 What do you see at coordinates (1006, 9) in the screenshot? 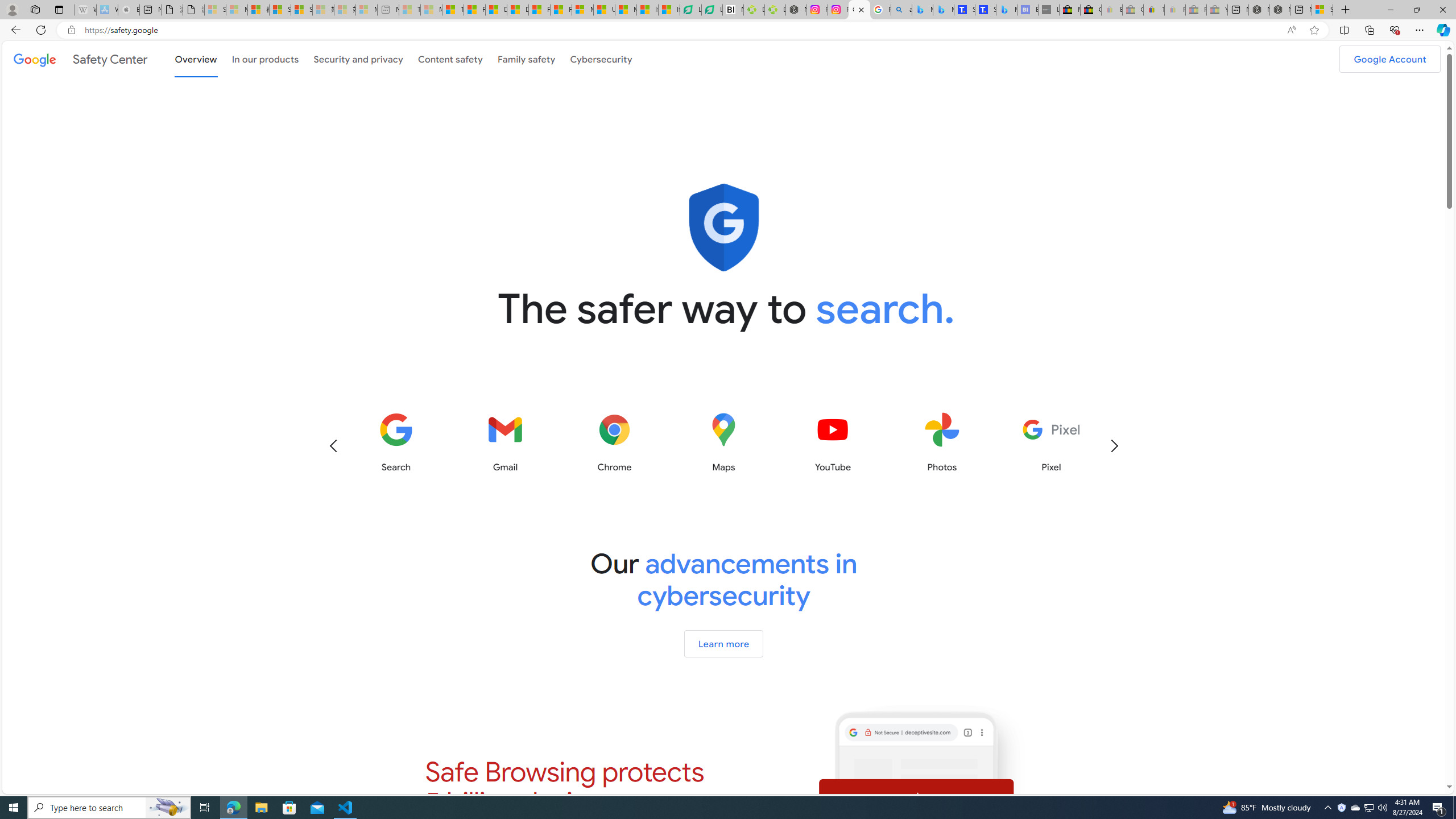
I see `'Microsoft Bing Travel - Shangri-La Hotel Bangkok'` at bounding box center [1006, 9].